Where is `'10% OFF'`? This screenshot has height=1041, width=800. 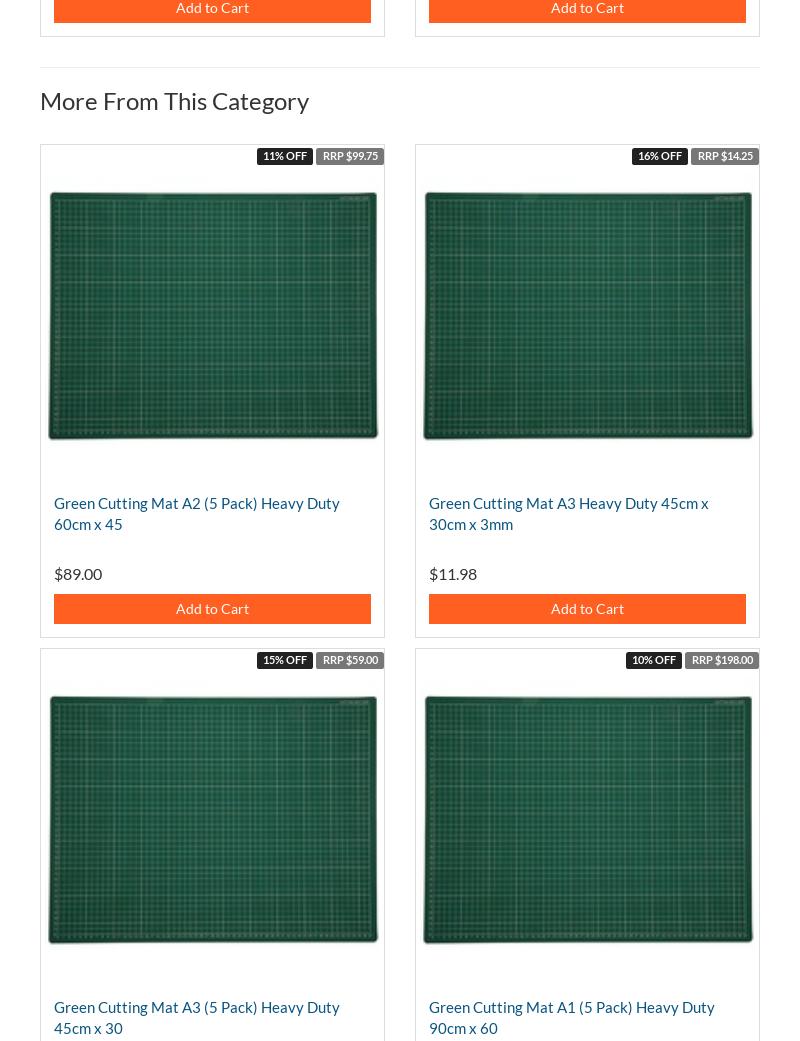 '10% OFF' is located at coordinates (653, 658).